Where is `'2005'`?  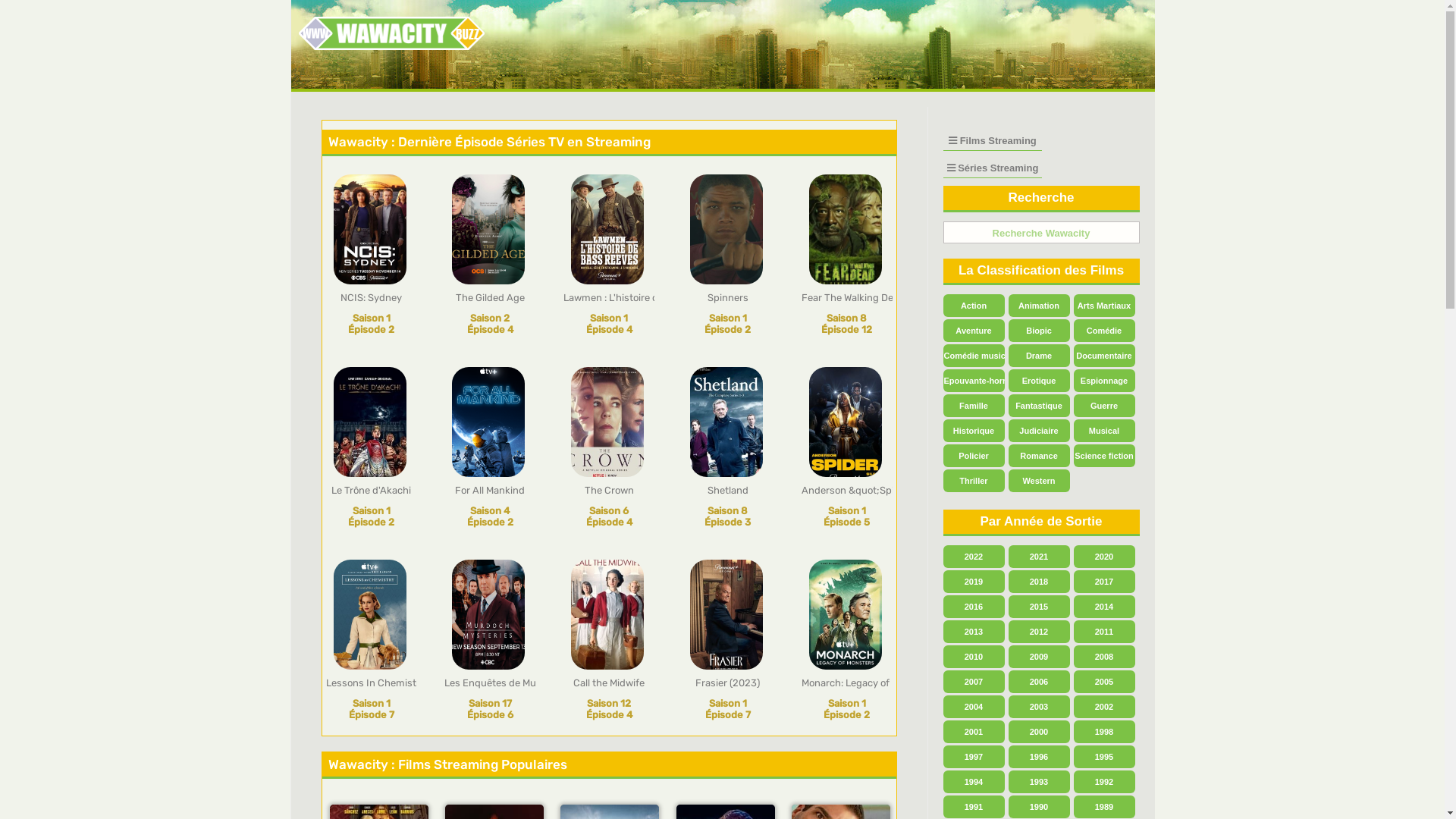 '2005' is located at coordinates (1104, 680).